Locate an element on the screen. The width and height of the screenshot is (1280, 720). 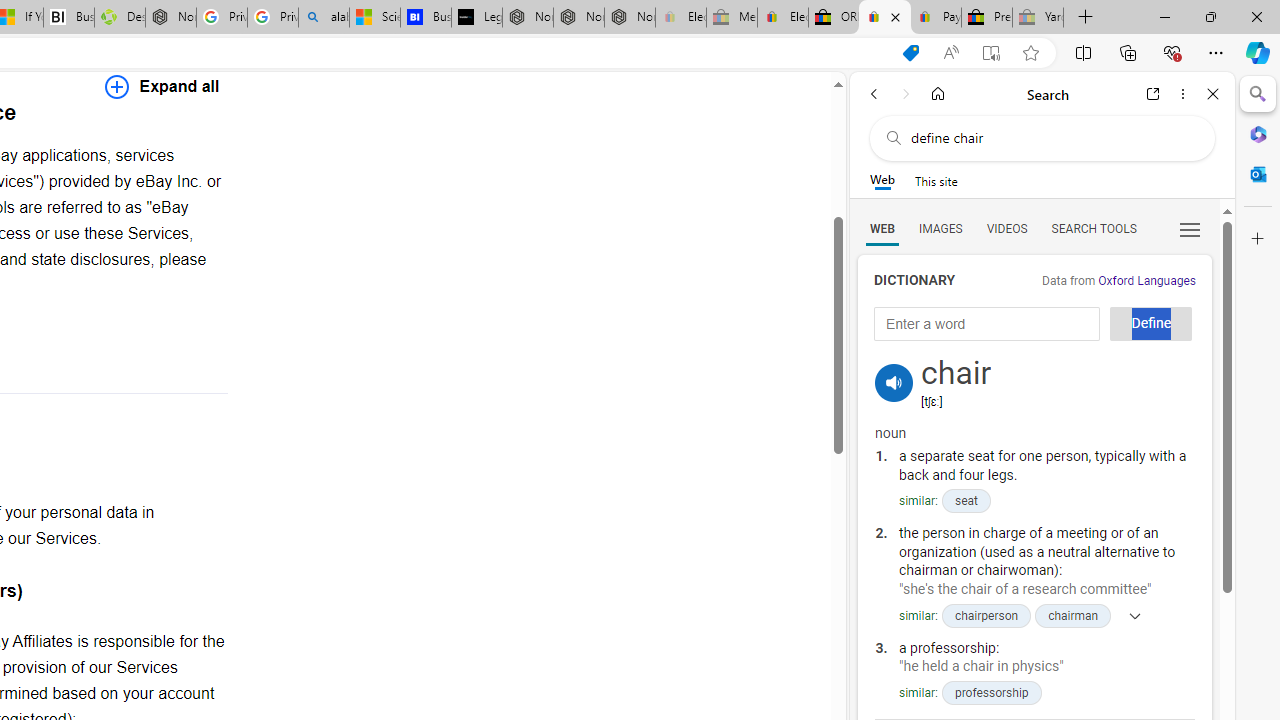
'Nordace - My Account' is located at coordinates (170, 17).